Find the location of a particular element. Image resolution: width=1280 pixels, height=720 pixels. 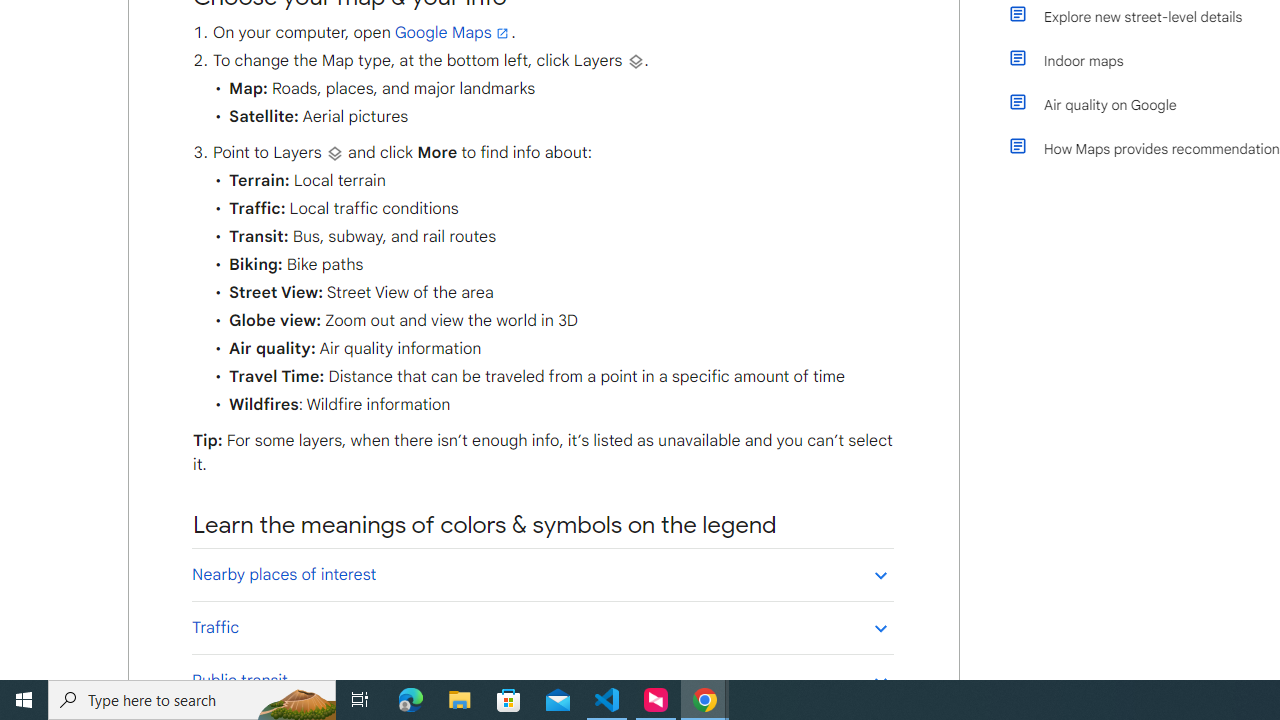

'Public transit' is located at coordinates (542, 679).